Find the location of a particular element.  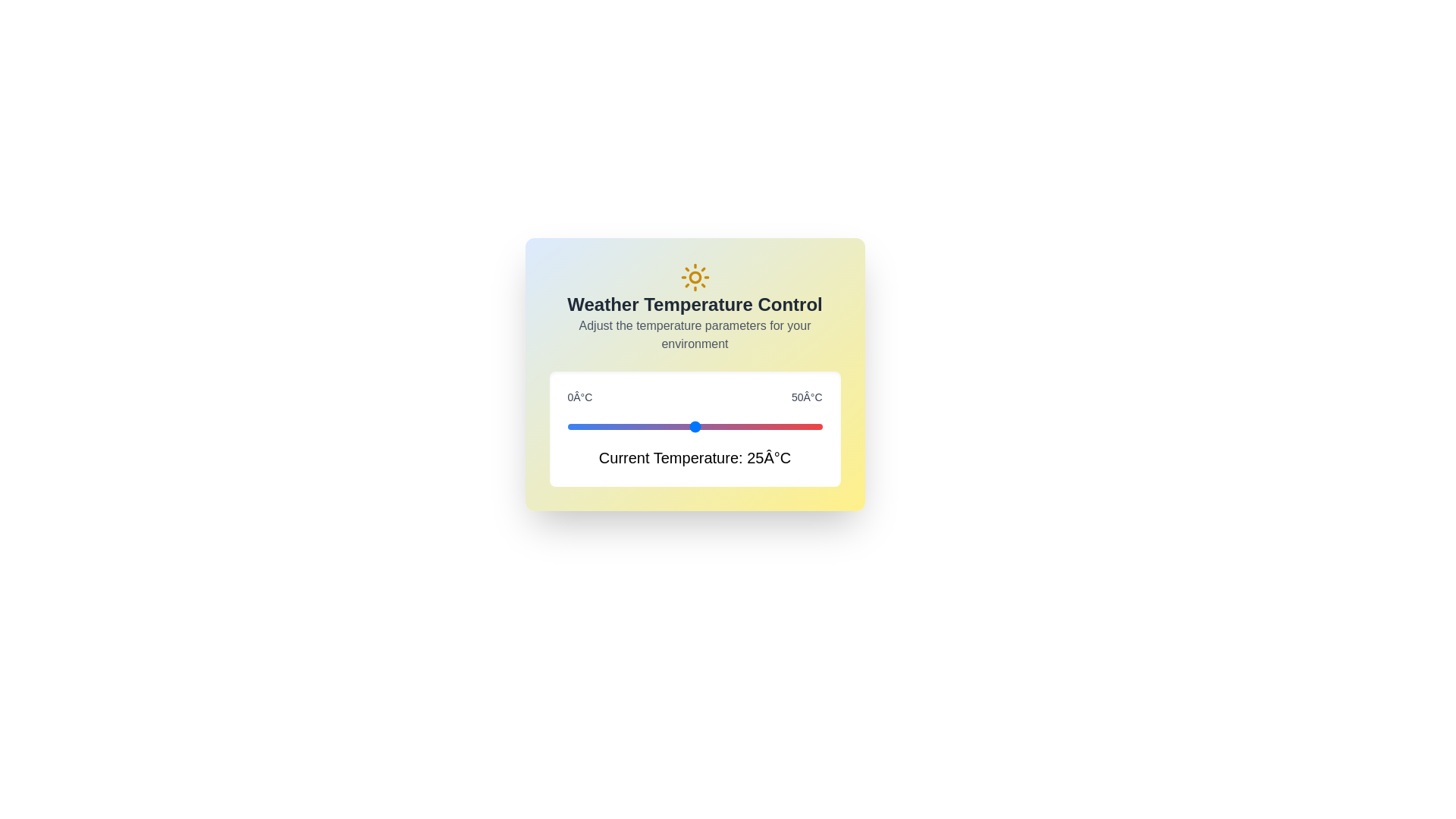

the temperature to 40°C using the slider is located at coordinates (771, 427).